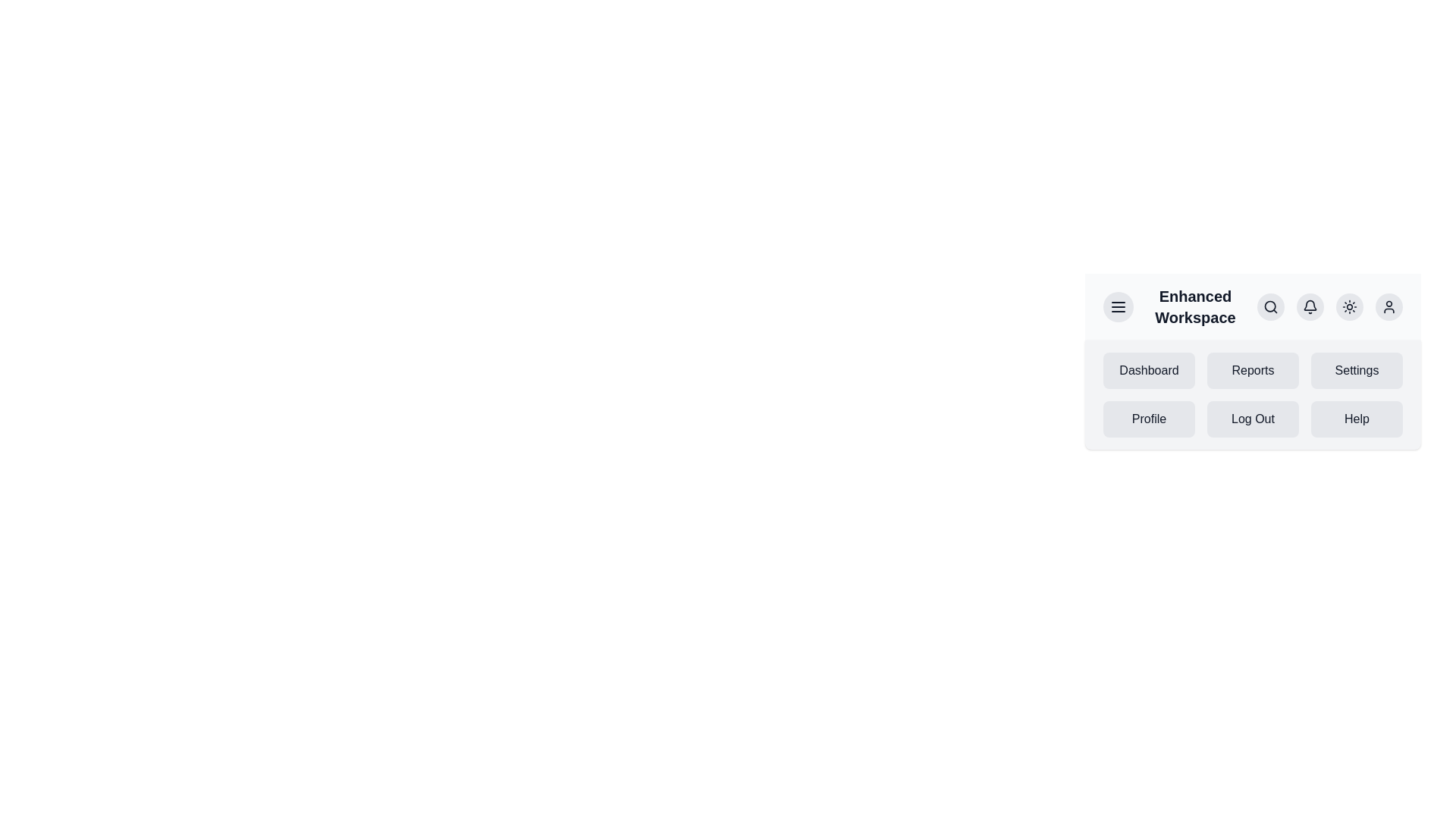 The width and height of the screenshot is (1456, 819). I want to click on the user icon button to access user-related options, so click(1389, 307).